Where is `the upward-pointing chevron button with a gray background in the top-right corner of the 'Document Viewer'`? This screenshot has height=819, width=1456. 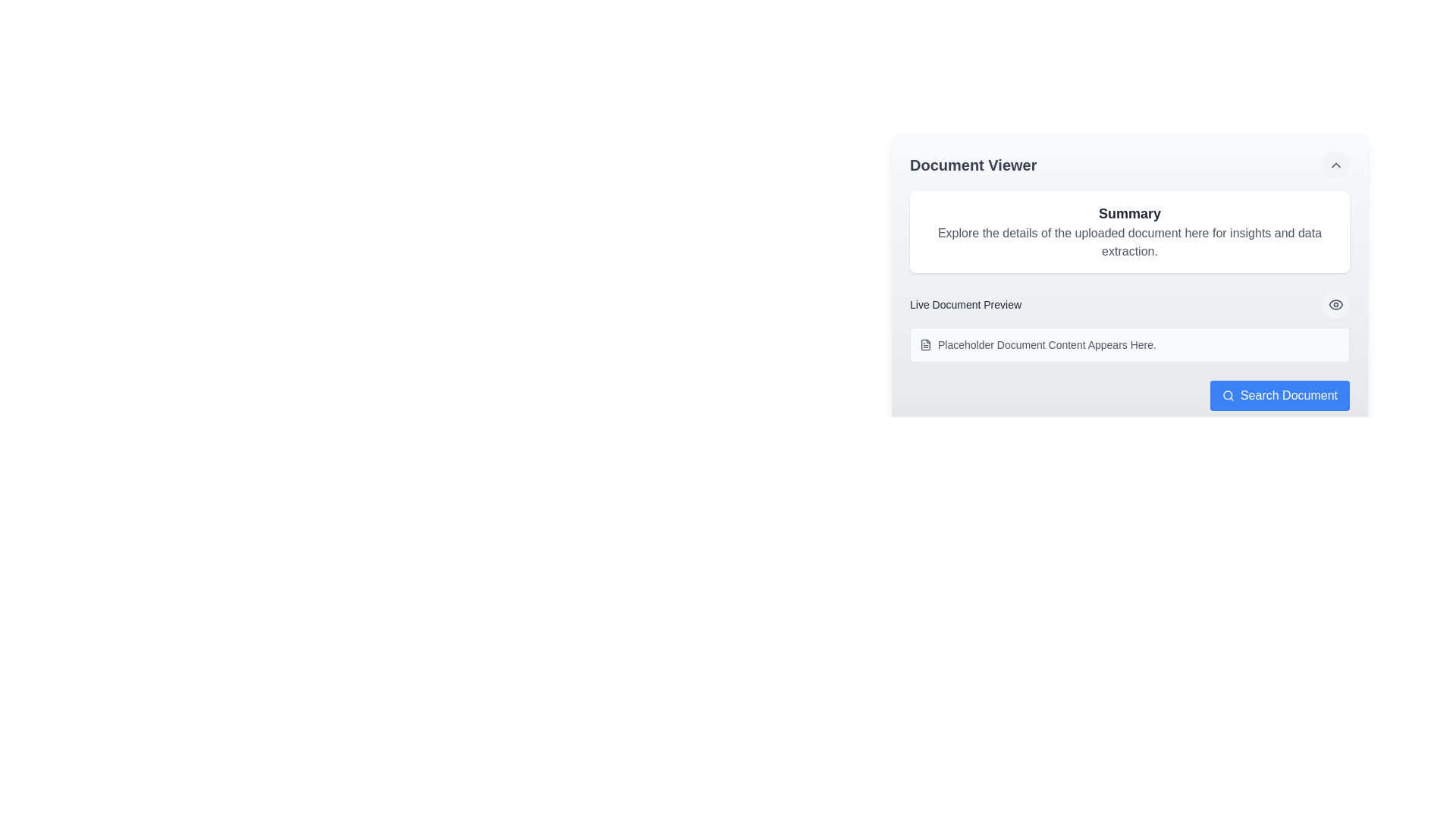
the upward-pointing chevron button with a gray background in the top-right corner of the 'Document Viewer' is located at coordinates (1335, 165).